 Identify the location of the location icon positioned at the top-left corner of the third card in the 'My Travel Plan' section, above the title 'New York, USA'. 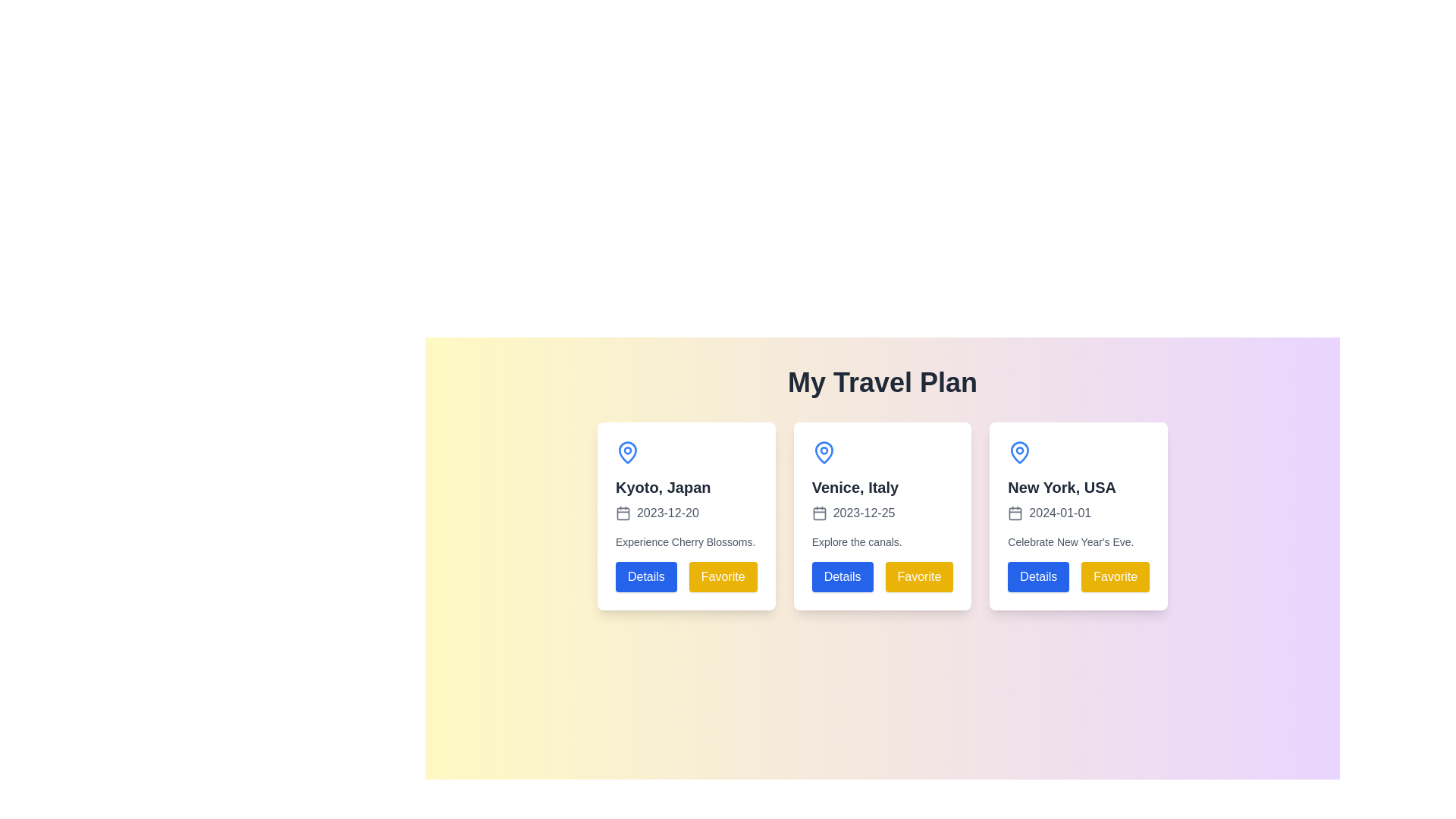
(1020, 452).